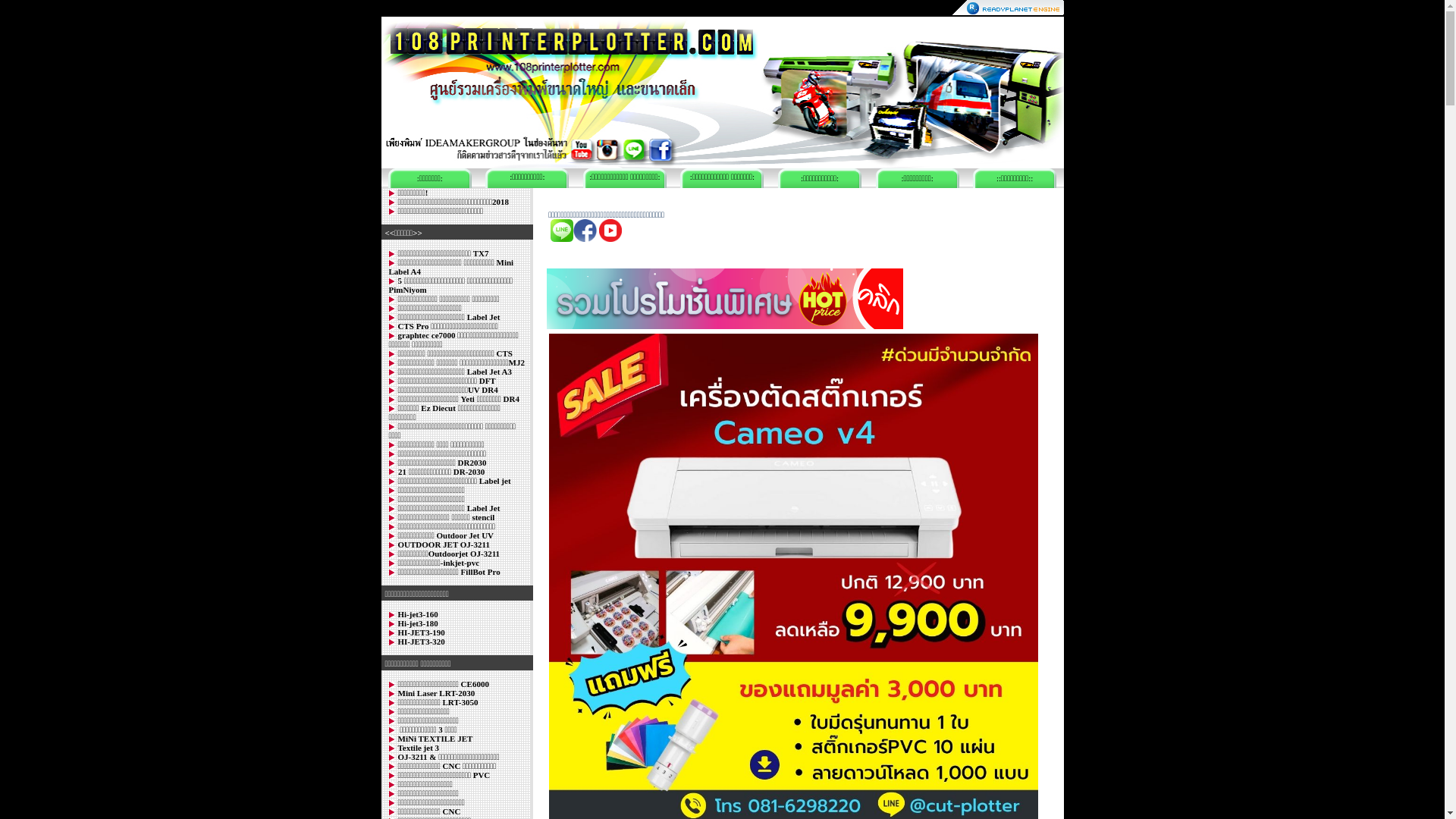  Describe the element at coordinates (435, 693) in the screenshot. I see `'Mini Laser LRT-2030'` at that location.